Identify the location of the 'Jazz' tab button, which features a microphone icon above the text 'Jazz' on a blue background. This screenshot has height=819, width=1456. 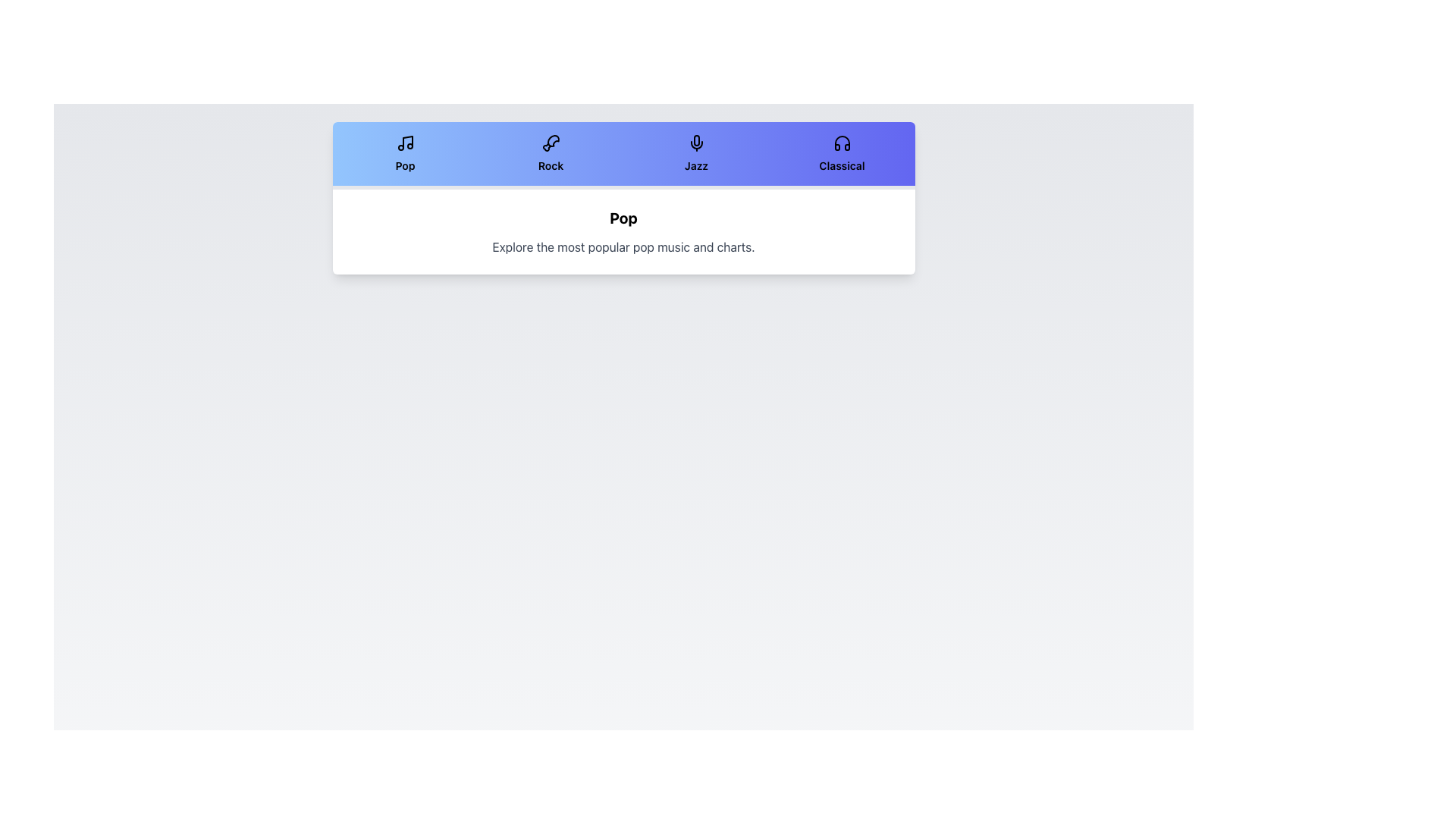
(695, 154).